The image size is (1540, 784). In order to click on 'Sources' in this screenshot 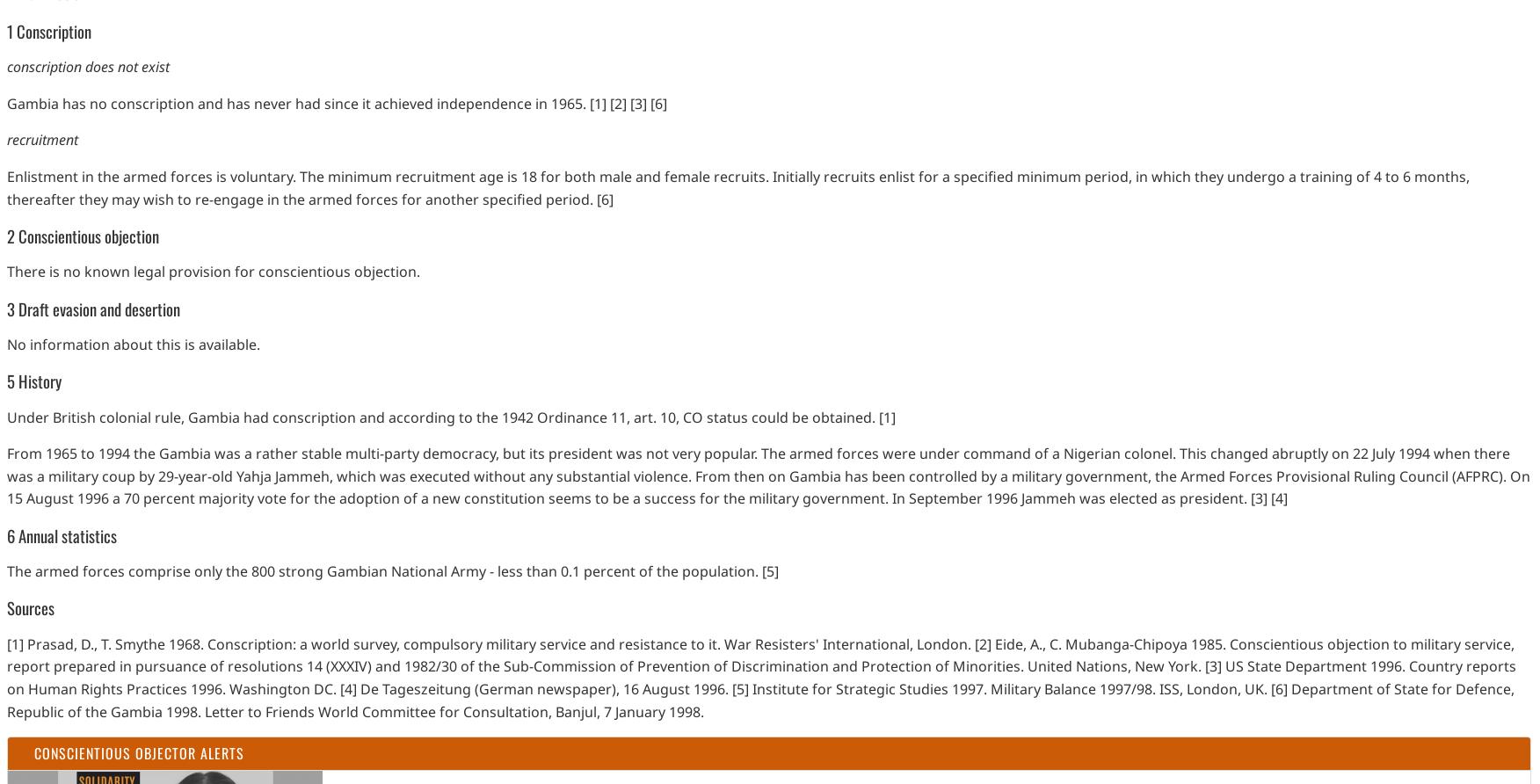, I will do `click(31, 607)`.